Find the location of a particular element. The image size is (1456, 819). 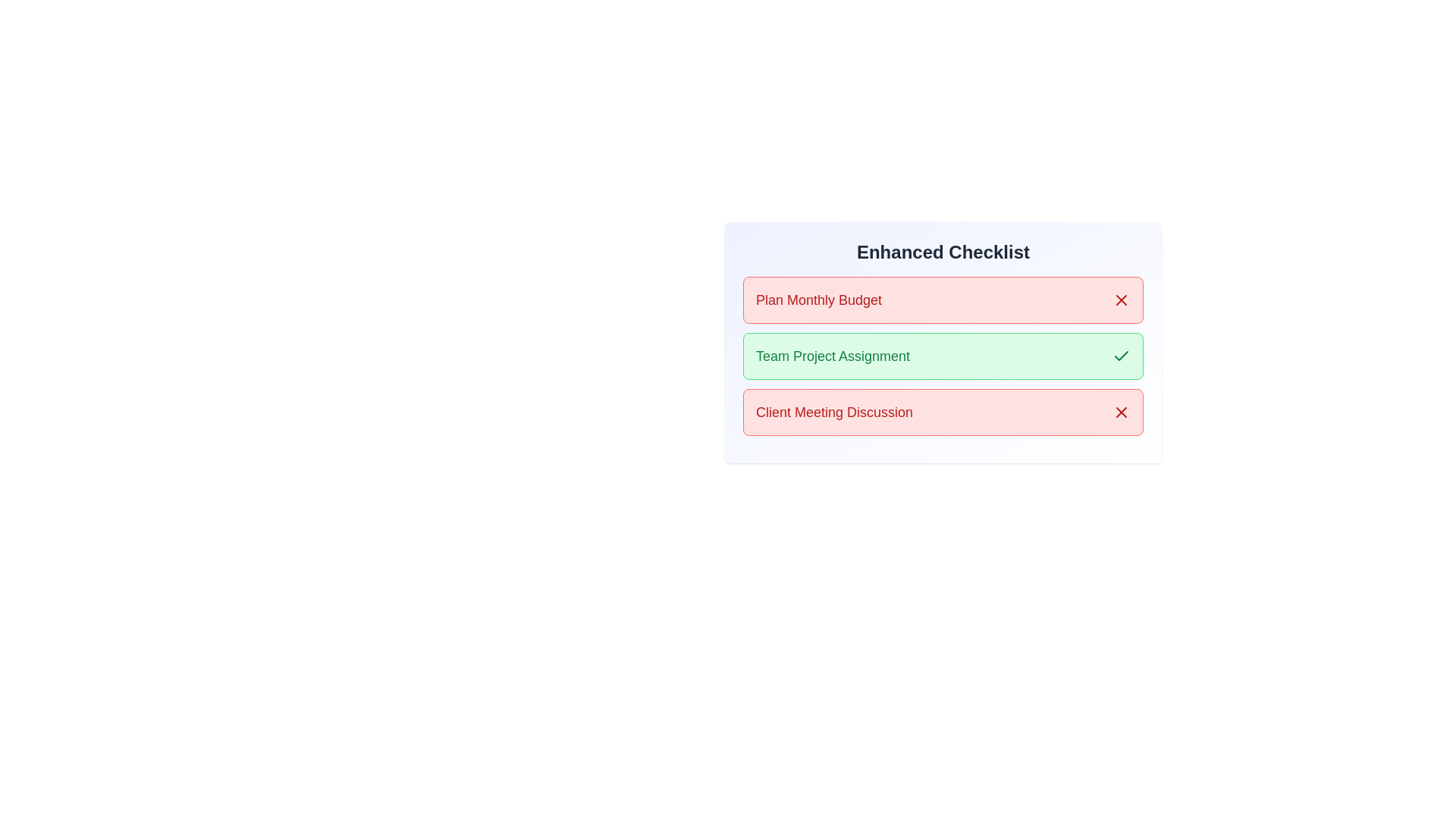

the cross button is located at coordinates (1121, 412).